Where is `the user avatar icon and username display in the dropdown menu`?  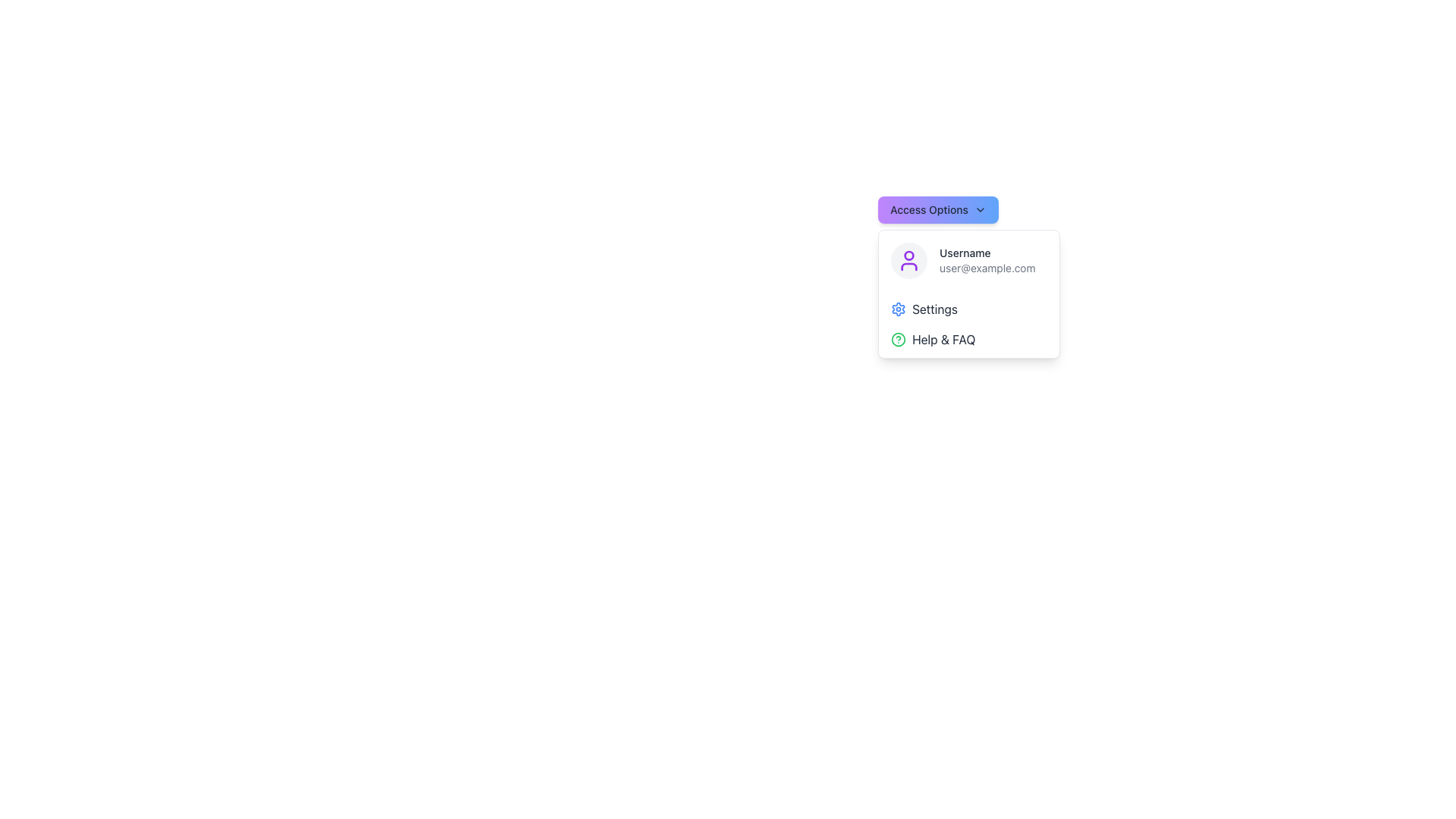 the user avatar icon and username display in the dropdown menu is located at coordinates (968, 259).